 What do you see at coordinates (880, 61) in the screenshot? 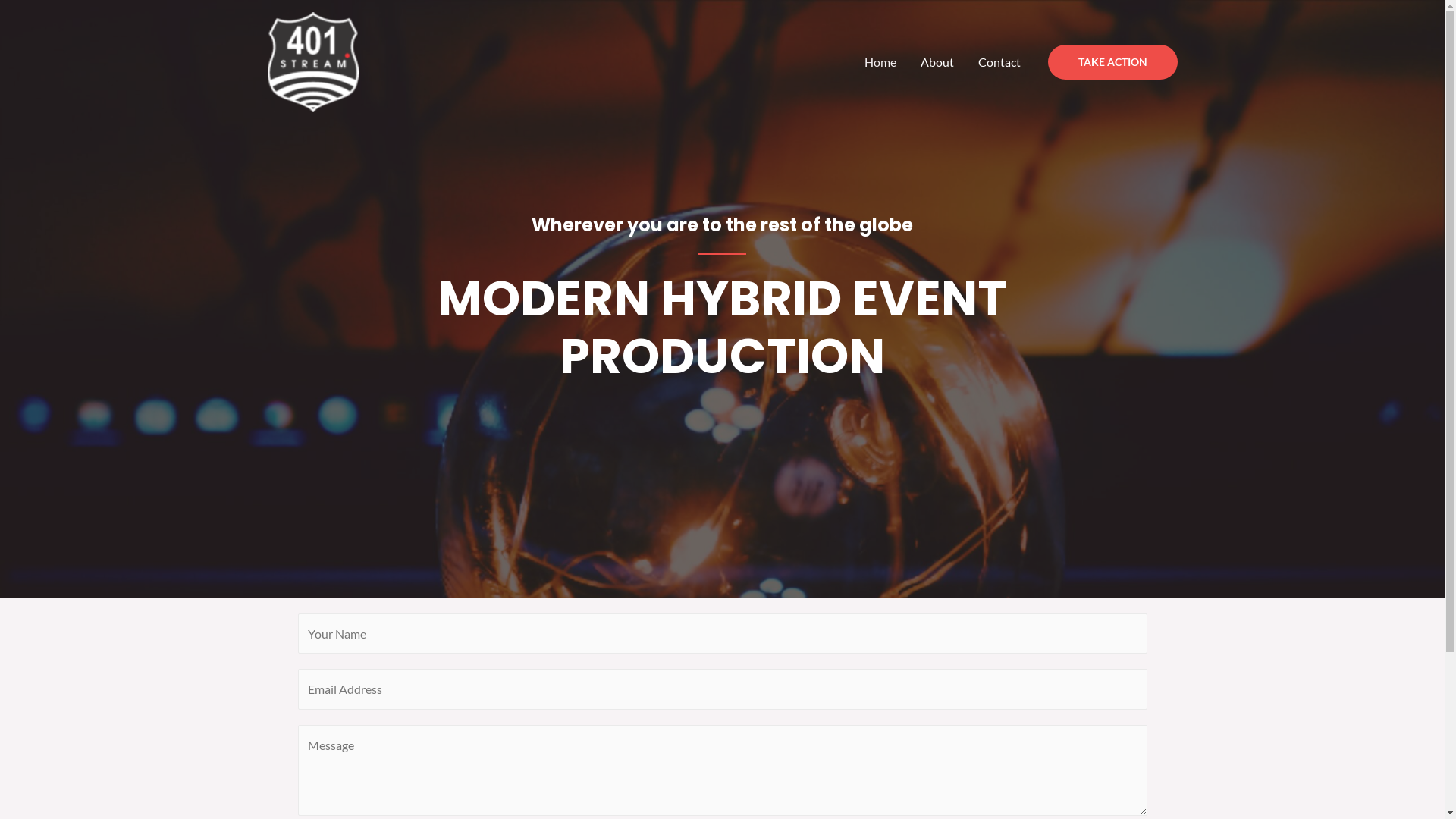
I see `'Home'` at bounding box center [880, 61].